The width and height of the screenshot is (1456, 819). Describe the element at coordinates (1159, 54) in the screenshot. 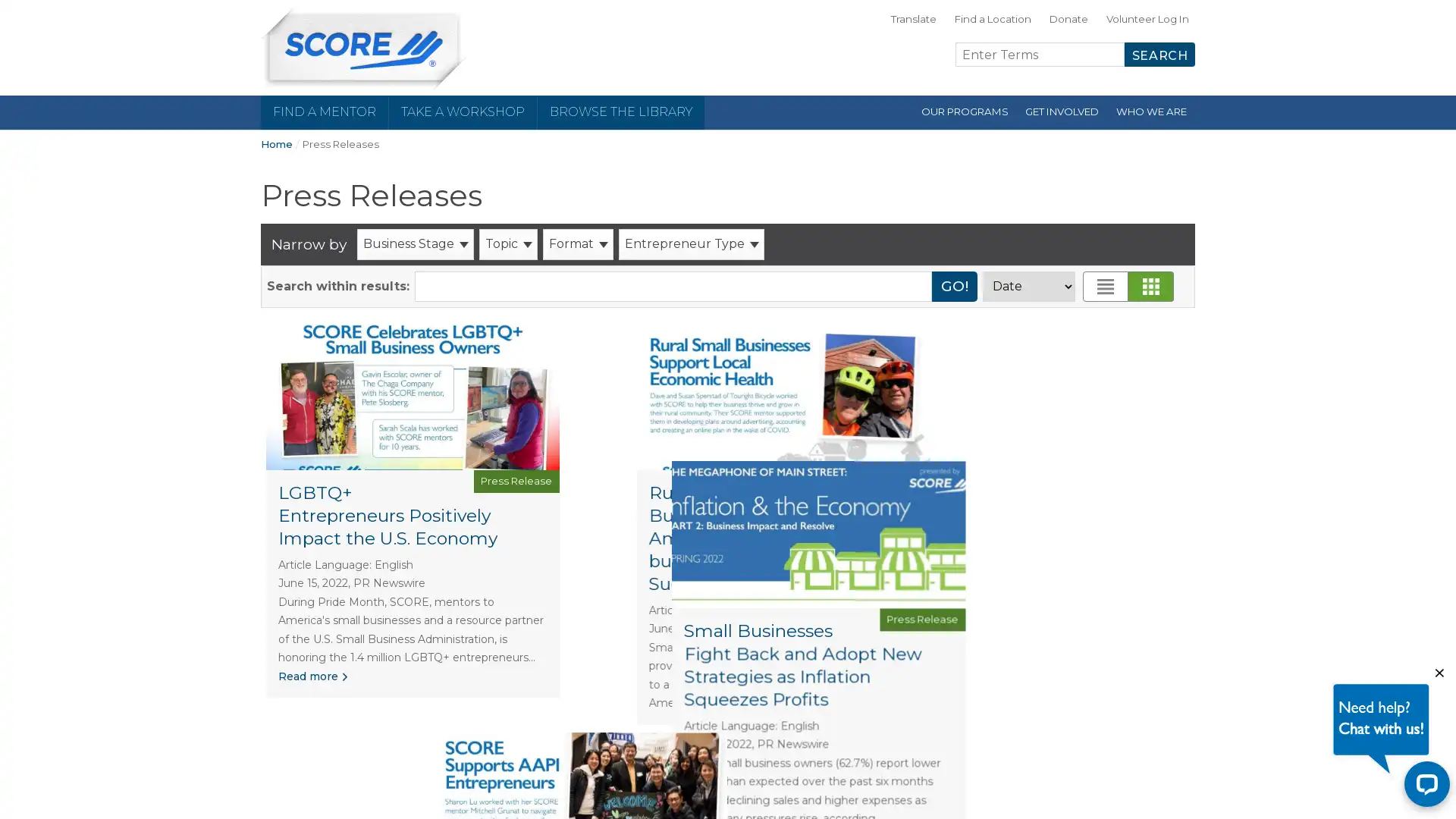

I see `Search` at that location.